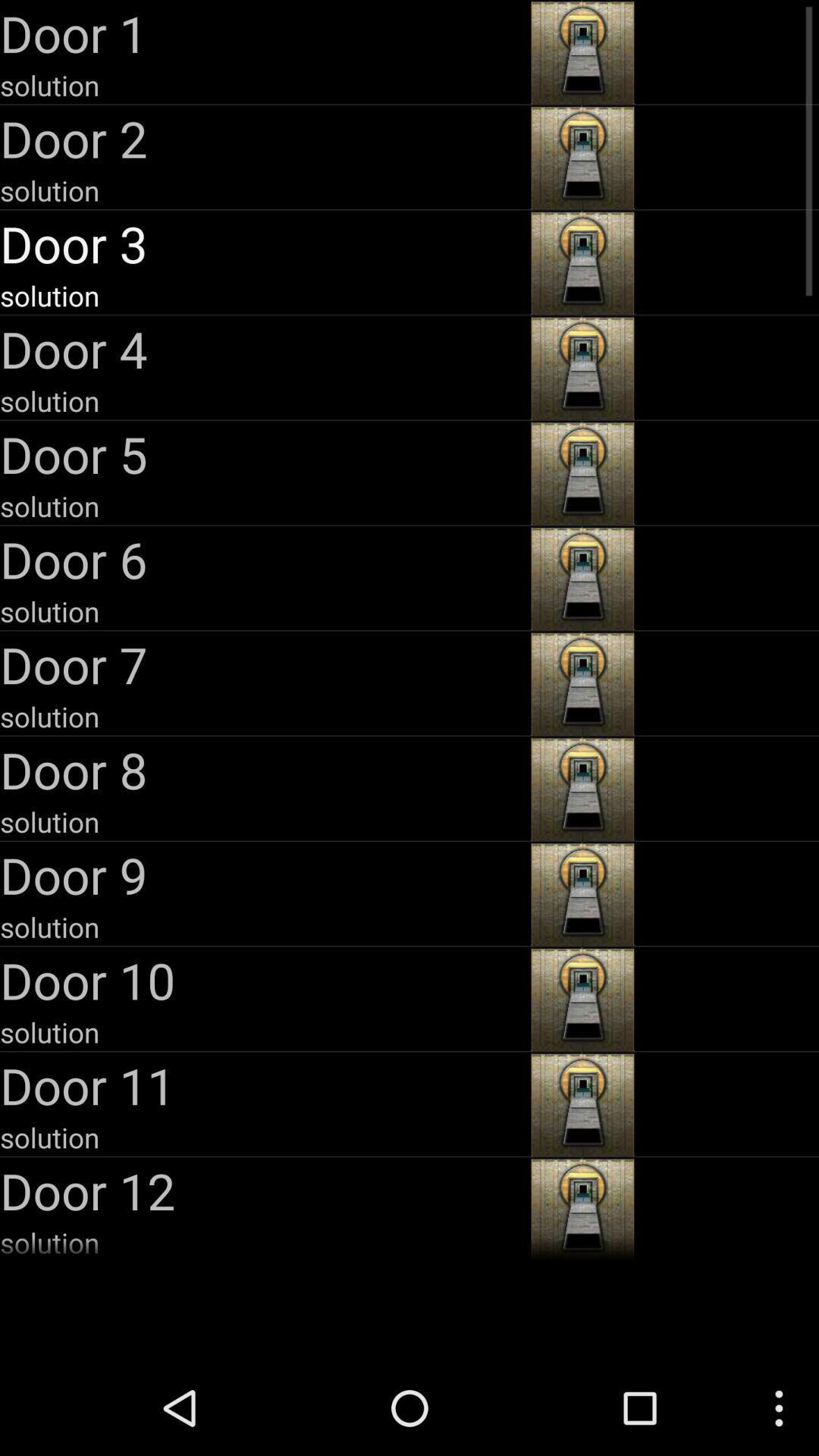 The height and width of the screenshot is (1456, 819). Describe the element at coordinates (262, 453) in the screenshot. I see `the door 5 icon` at that location.